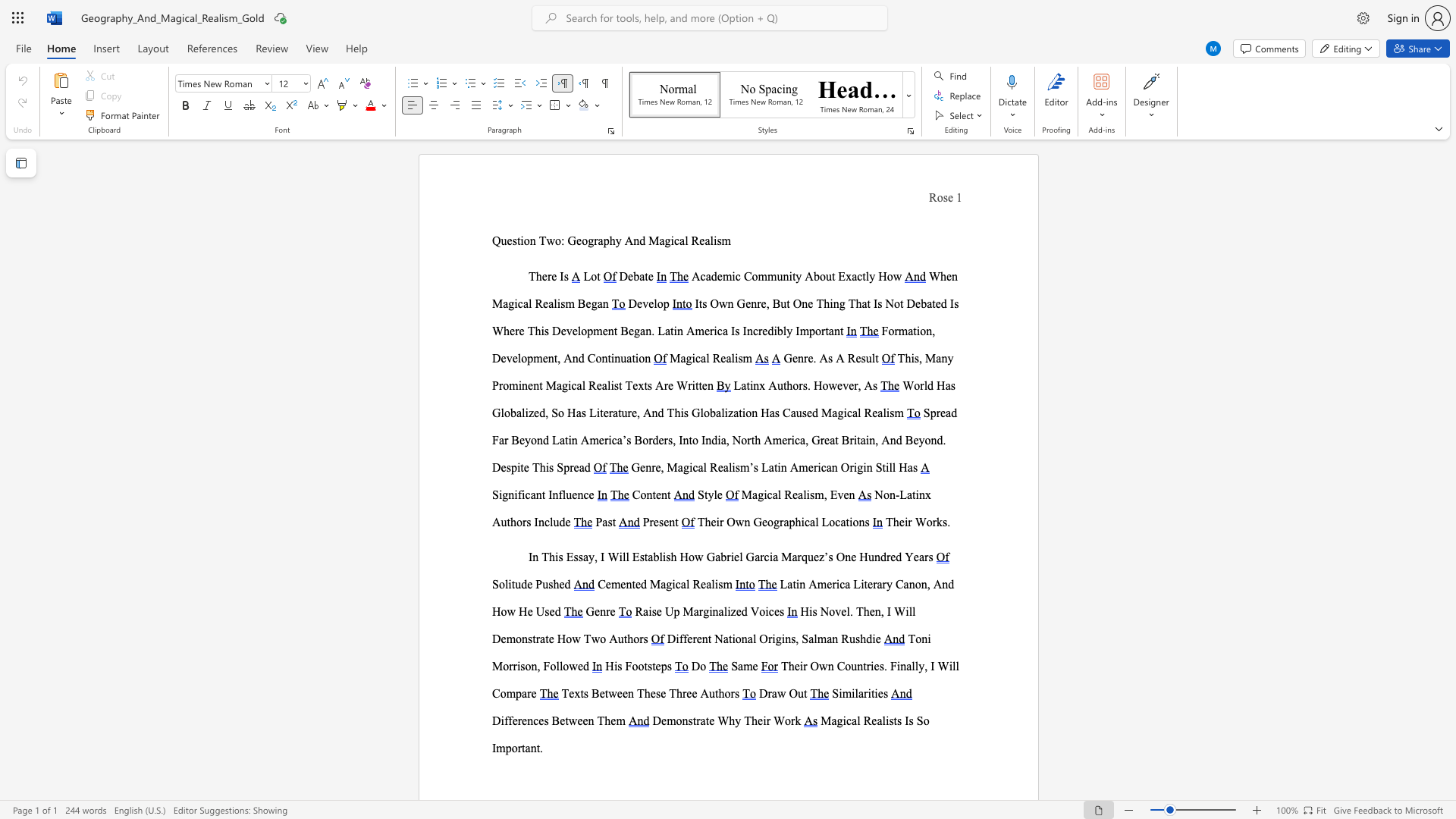  I want to click on the subset text "inx Authors. Ho" within the text "Latinx Authors. However, As", so click(749, 384).